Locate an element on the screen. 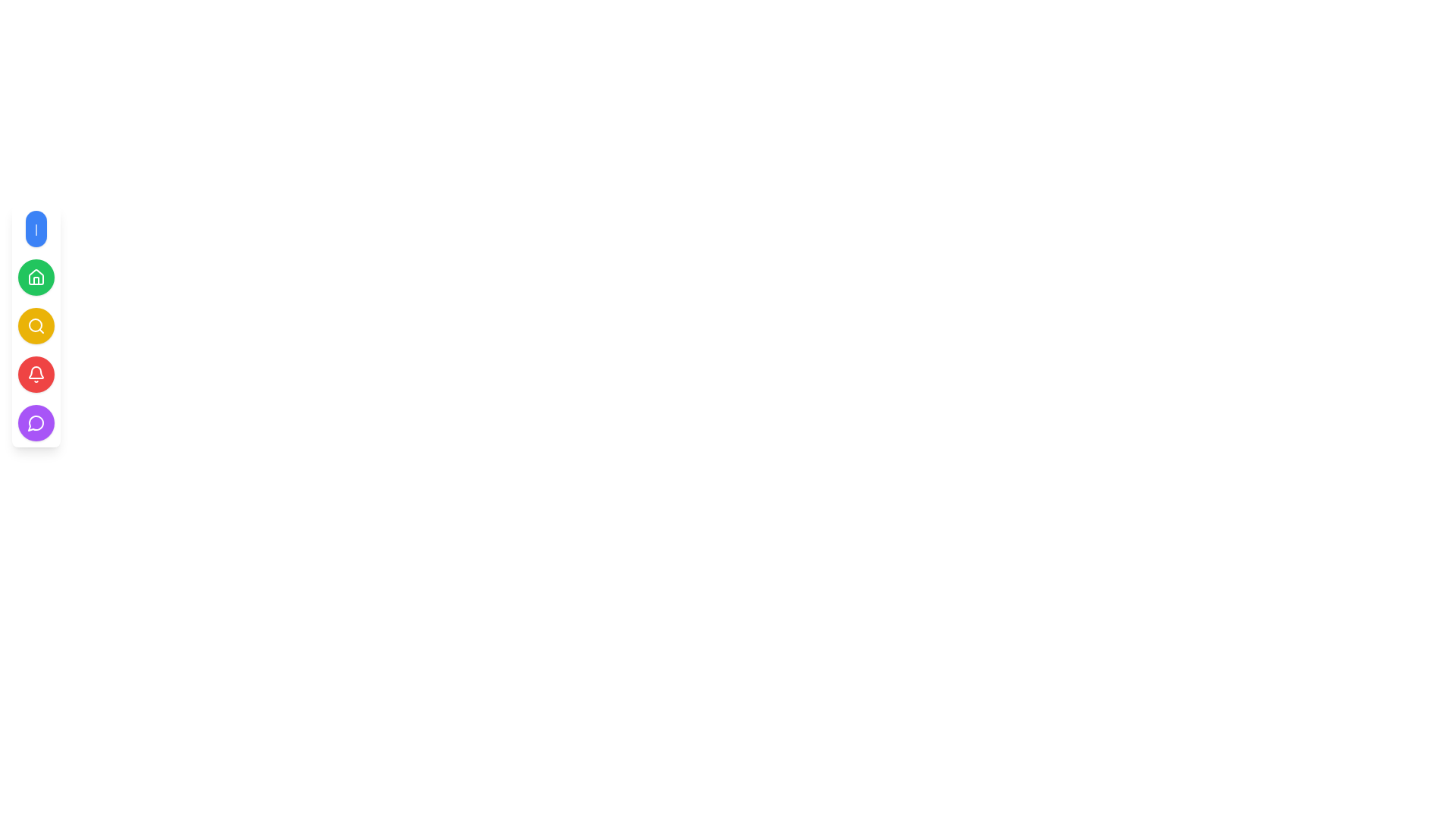 Image resolution: width=1456 pixels, height=819 pixels. the notification button, which is the fourth button from the top in a vertical list of buttons (blue, green, yellow, red, purple) on the left side of the interface, to potentially reveal notification details is located at coordinates (36, 374).